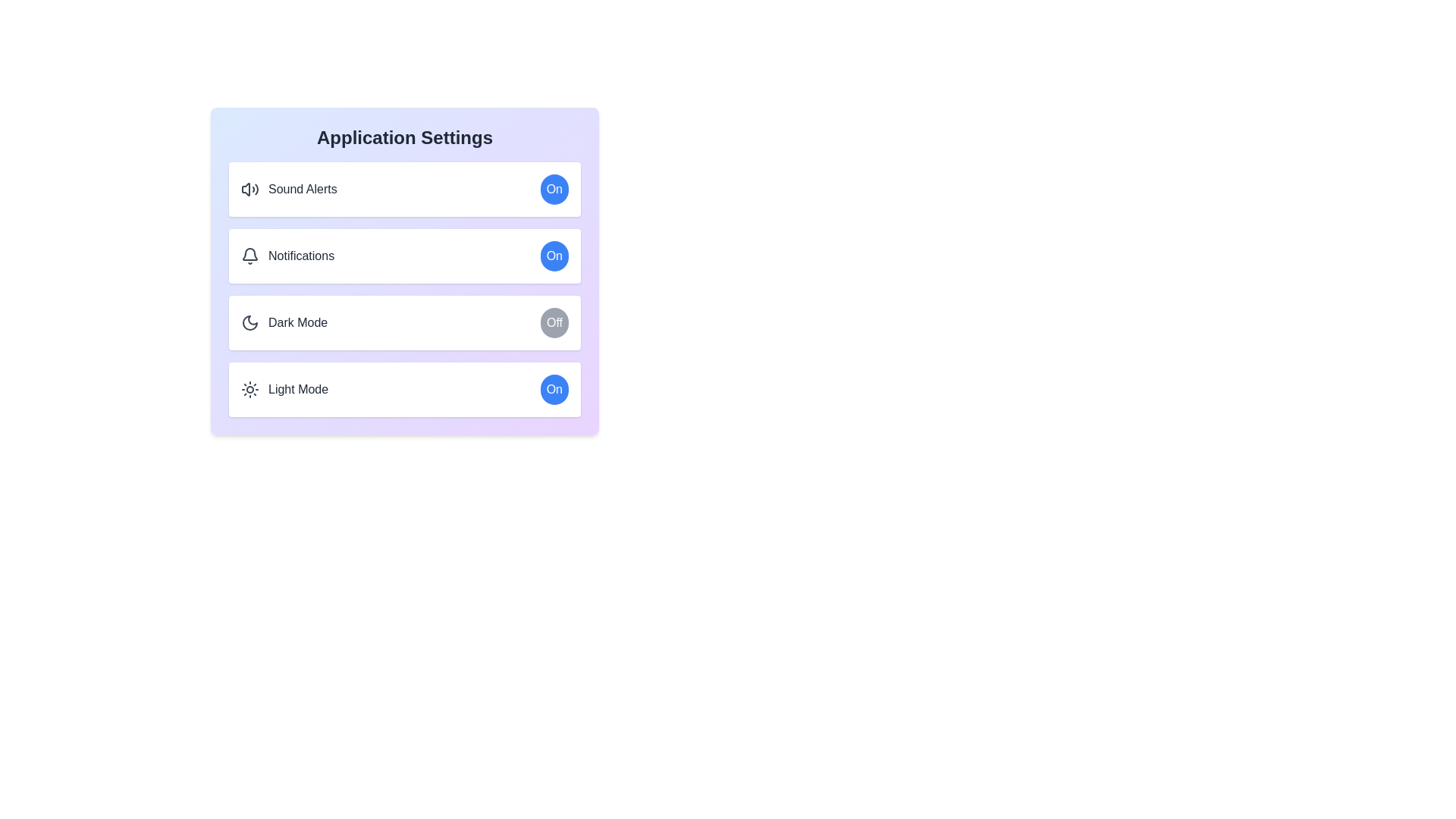 The image size is (1456, 819). I want to click on the speaker icon representing the 'Sound Alerts' setting located at the left of its corresponding button in the application settings interface, so click(246, 189).